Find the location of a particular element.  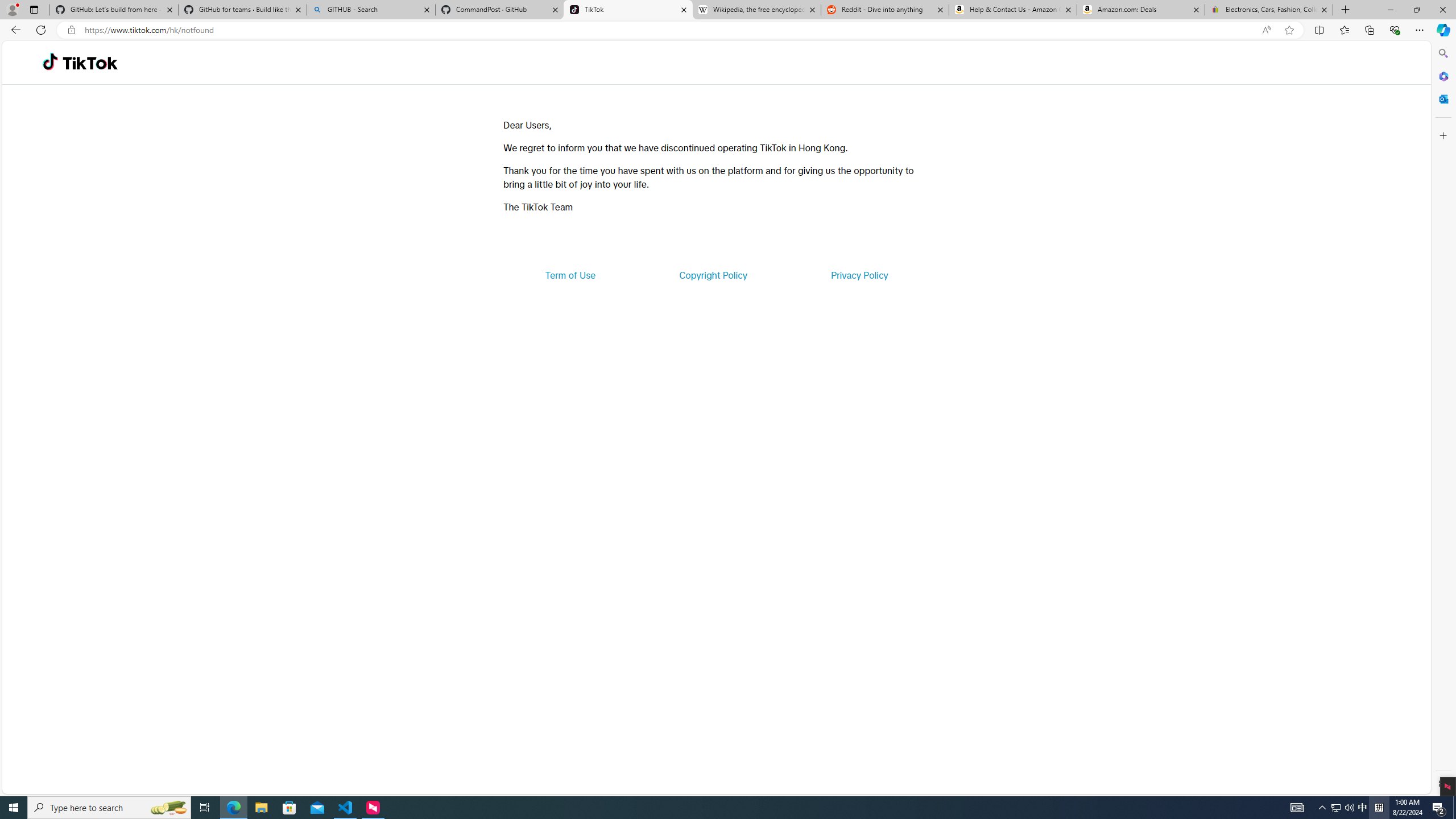

'Term of Use' is located at coordinates (570, 274).